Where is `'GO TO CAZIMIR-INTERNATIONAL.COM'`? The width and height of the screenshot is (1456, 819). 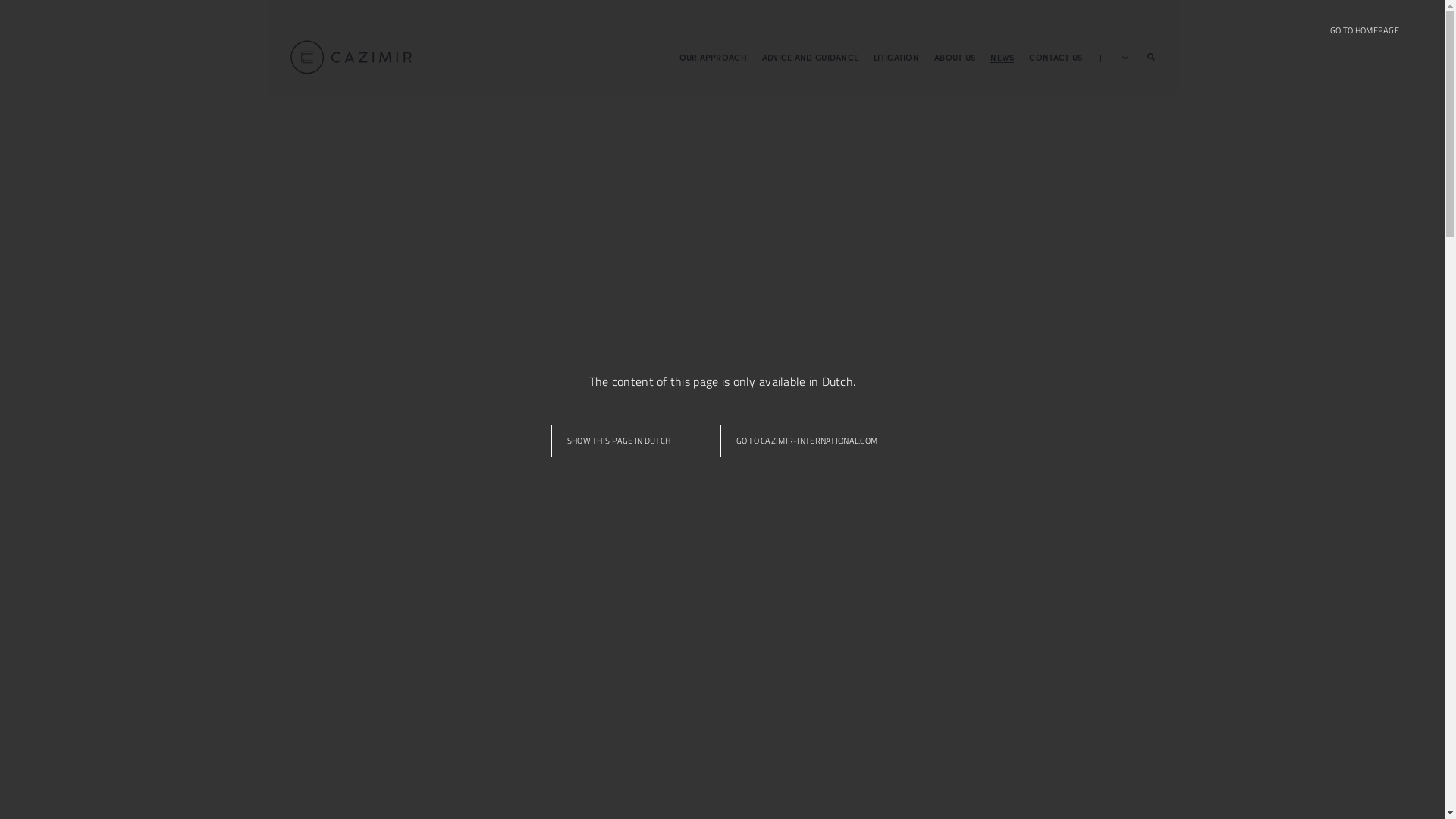
'GO TO CAZIMIR-INTERNATIONAL.COM' is located at coordinates (720, 441).